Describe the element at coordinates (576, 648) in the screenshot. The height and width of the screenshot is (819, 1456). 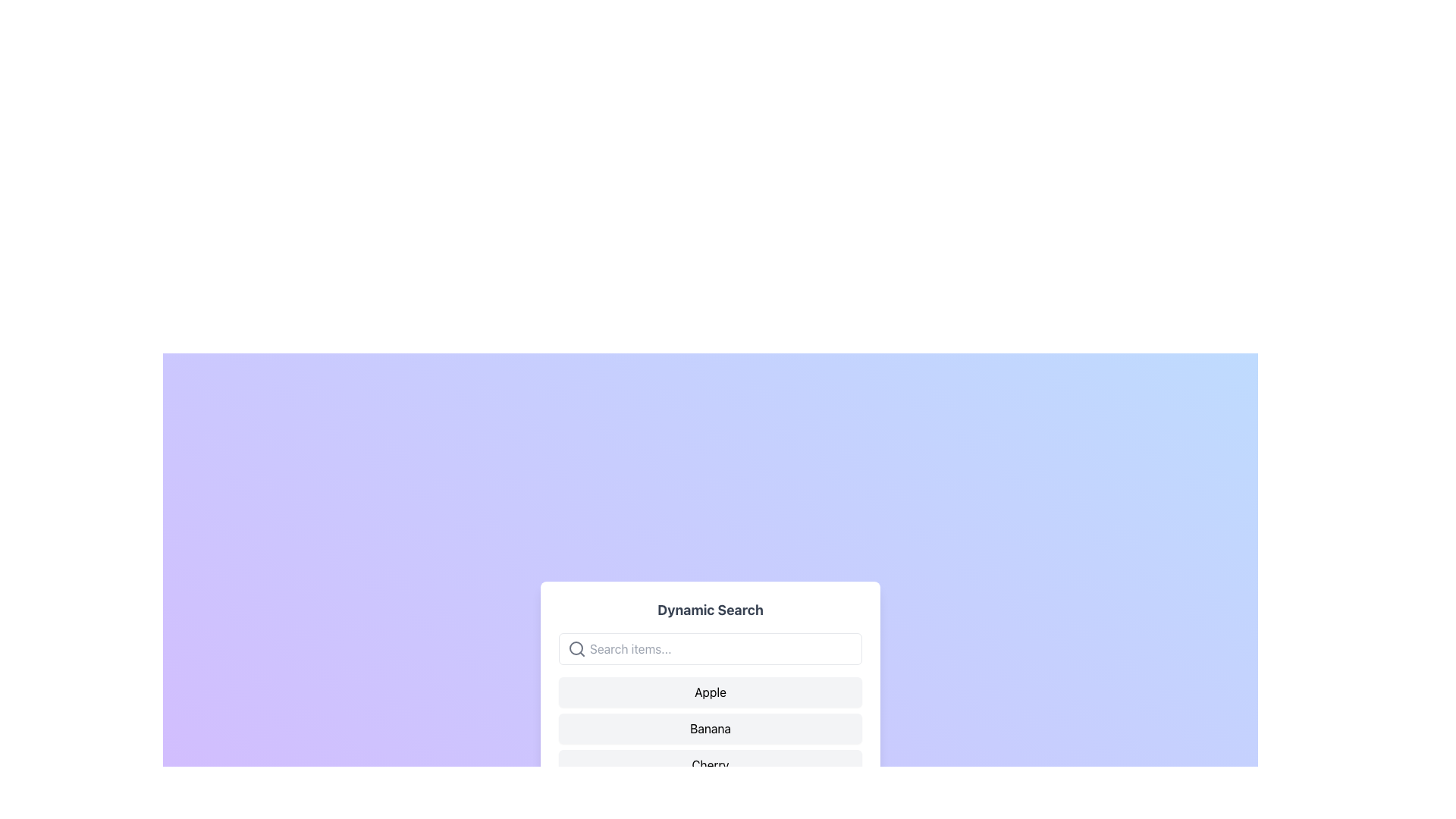
I see `the search icon located at the top-left of the search input field` at that location.